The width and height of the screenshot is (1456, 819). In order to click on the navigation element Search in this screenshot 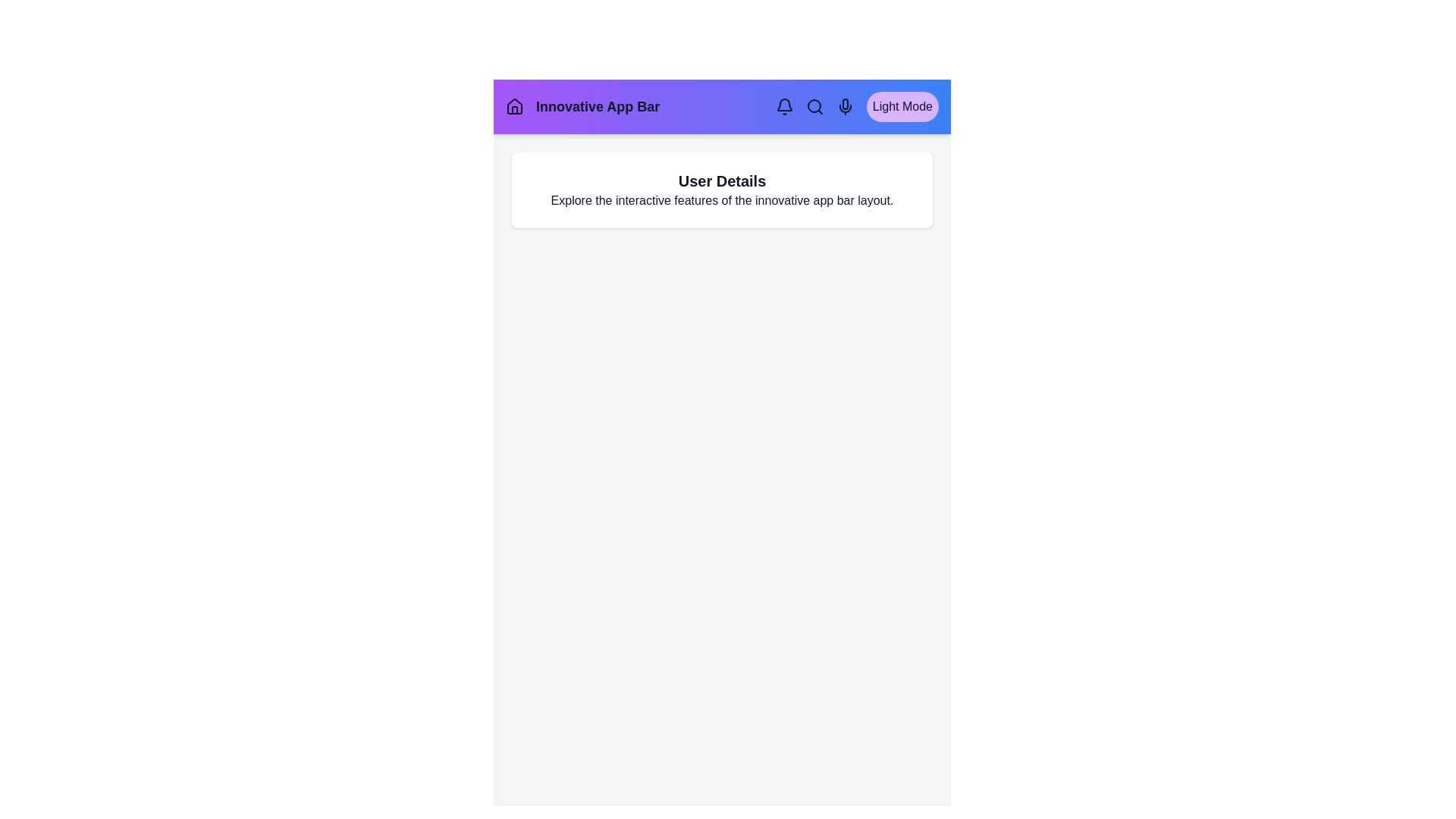, I will do `click(814, 106)`.